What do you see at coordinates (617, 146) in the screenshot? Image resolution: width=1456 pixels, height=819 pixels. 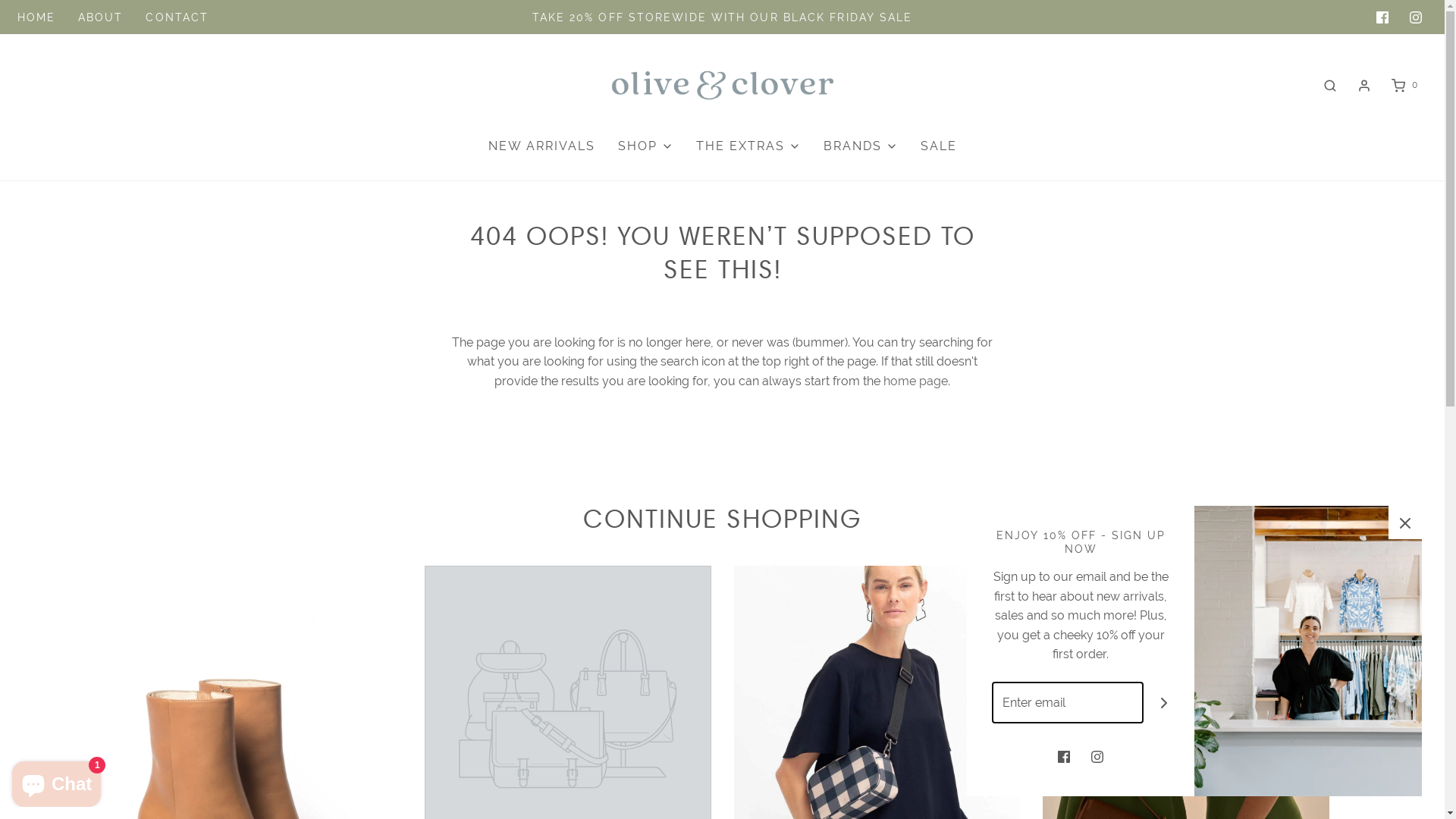 I see `'SHOP'` at bounding box center [617, 146].